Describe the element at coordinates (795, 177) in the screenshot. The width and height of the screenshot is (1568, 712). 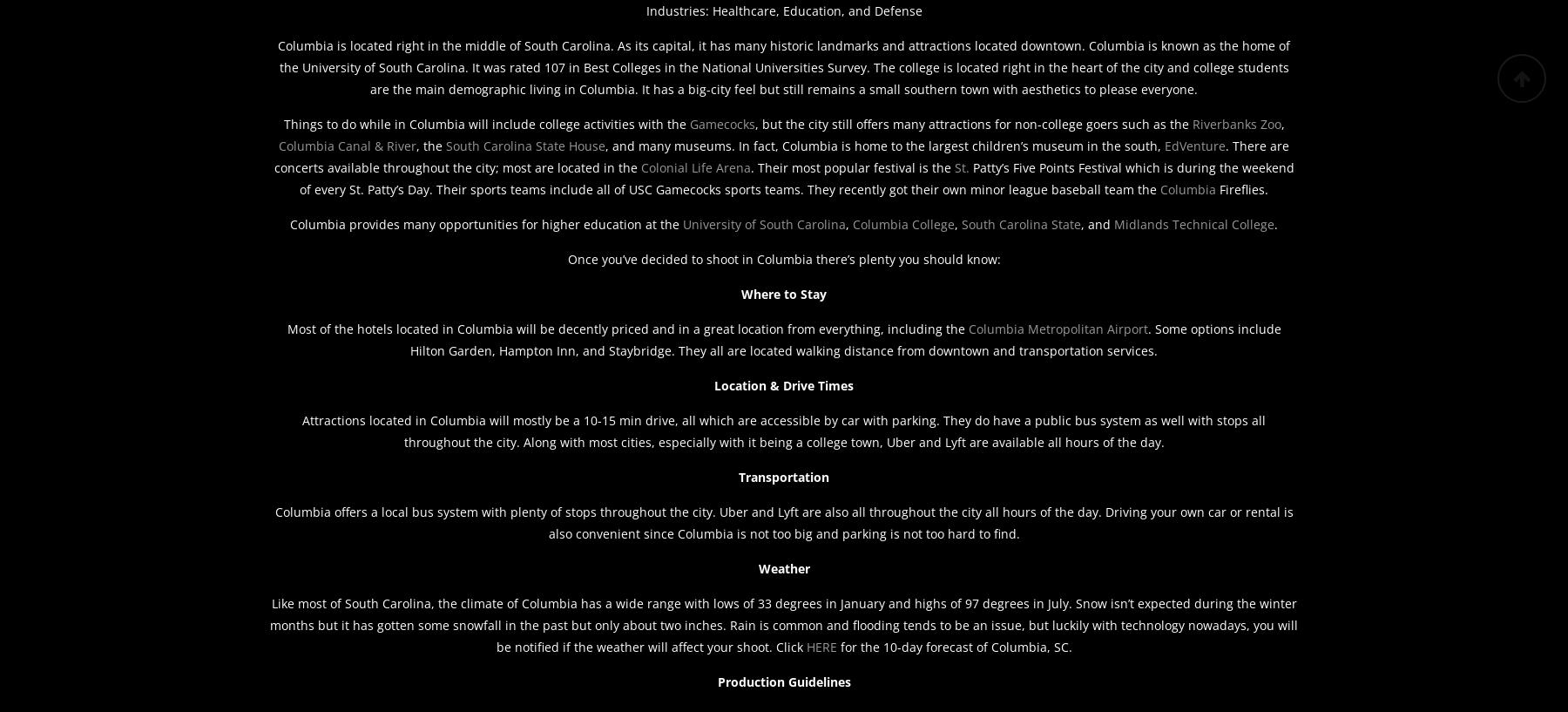
I see `'Festival which is during the weekend of every St. Patty’s Day. Their sports teams include all of USC Gamecocks sports teams. They recently got their own minor league baseball team the'` at that location.